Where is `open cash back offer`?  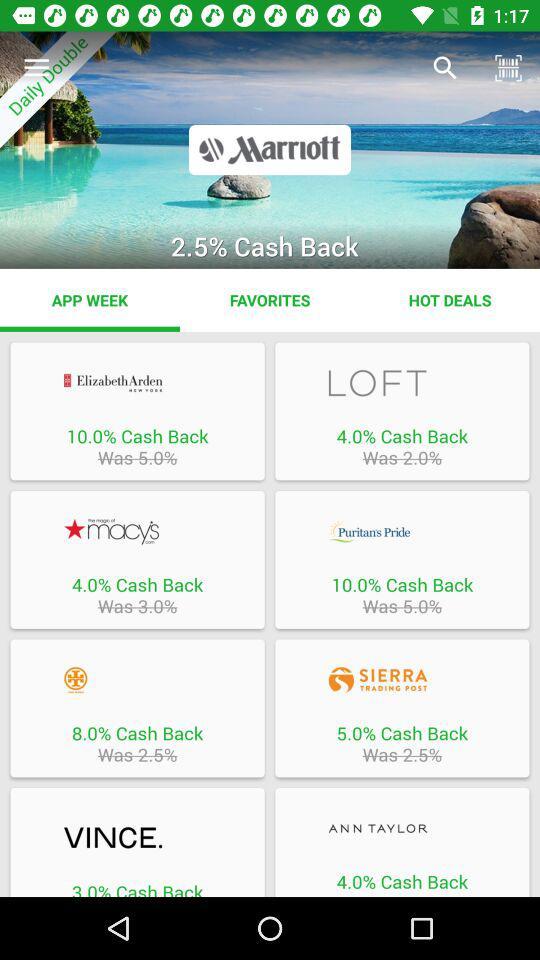
open cash back offer is located at coordinates (402, 680).